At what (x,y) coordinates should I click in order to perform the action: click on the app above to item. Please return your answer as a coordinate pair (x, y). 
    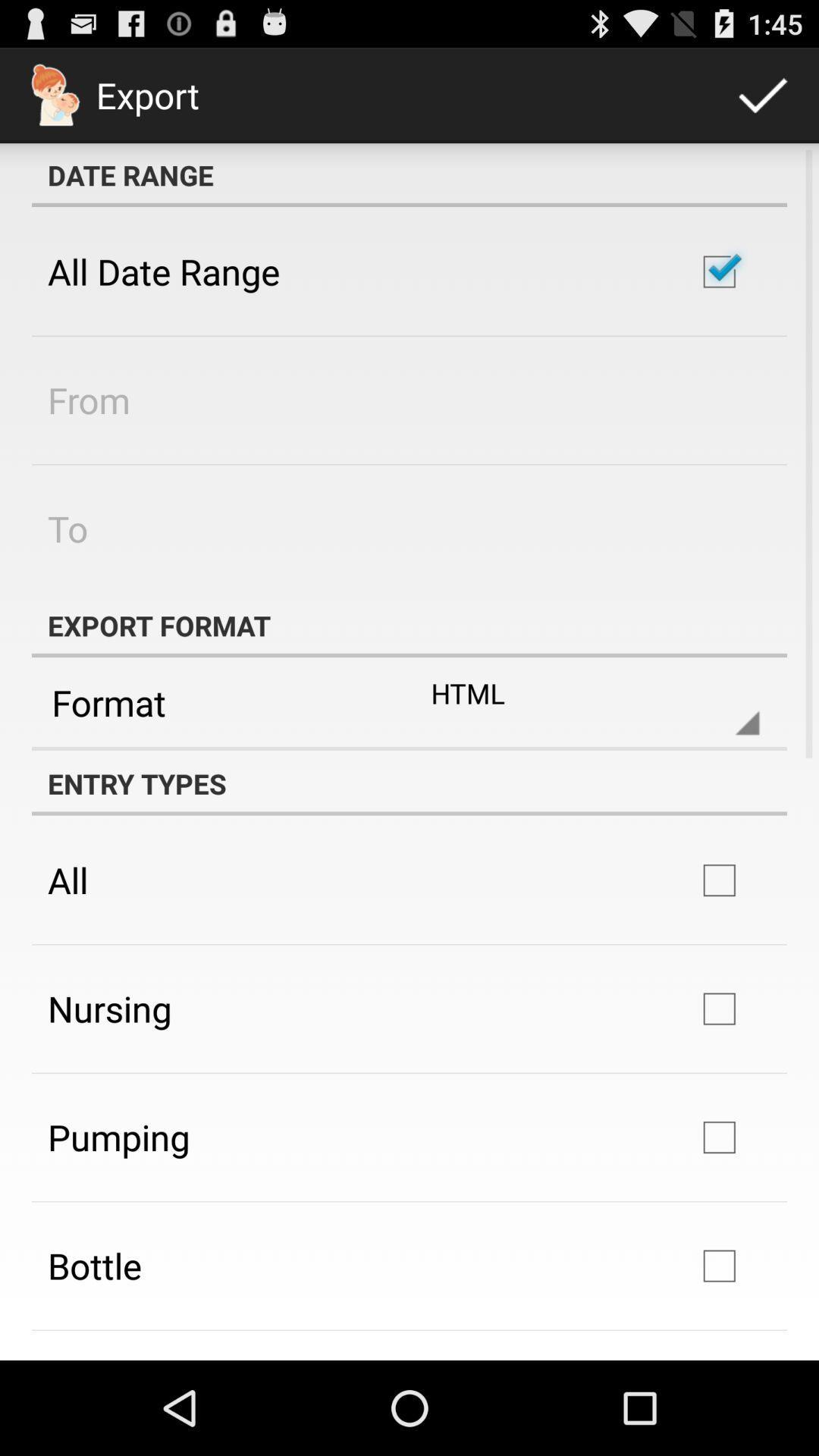
    Looking at the image, I should click on (89, 400).